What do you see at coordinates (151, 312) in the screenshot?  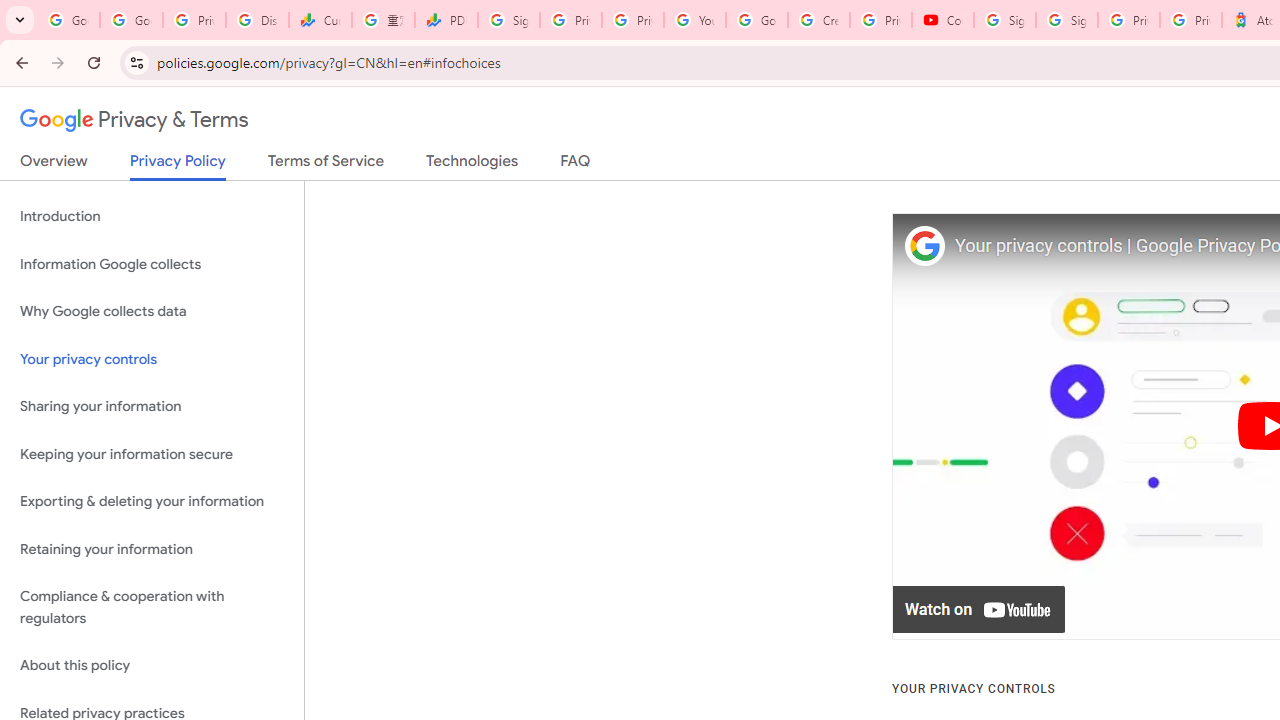 I see `'Why Google collects data'` at bounding box center [151, 312].